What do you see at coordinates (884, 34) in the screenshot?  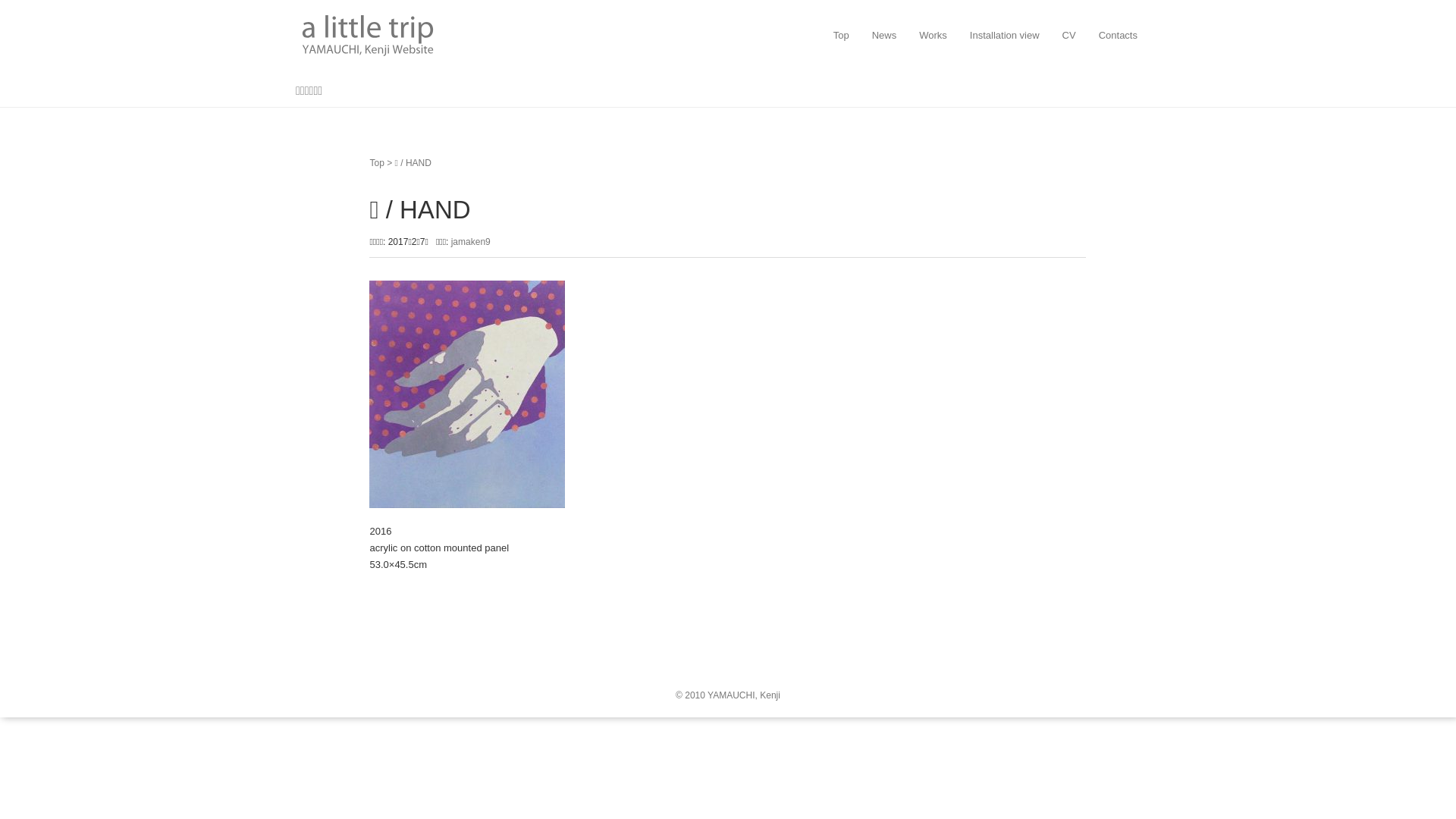 I see `'News'` at bounding box center [884, 34].